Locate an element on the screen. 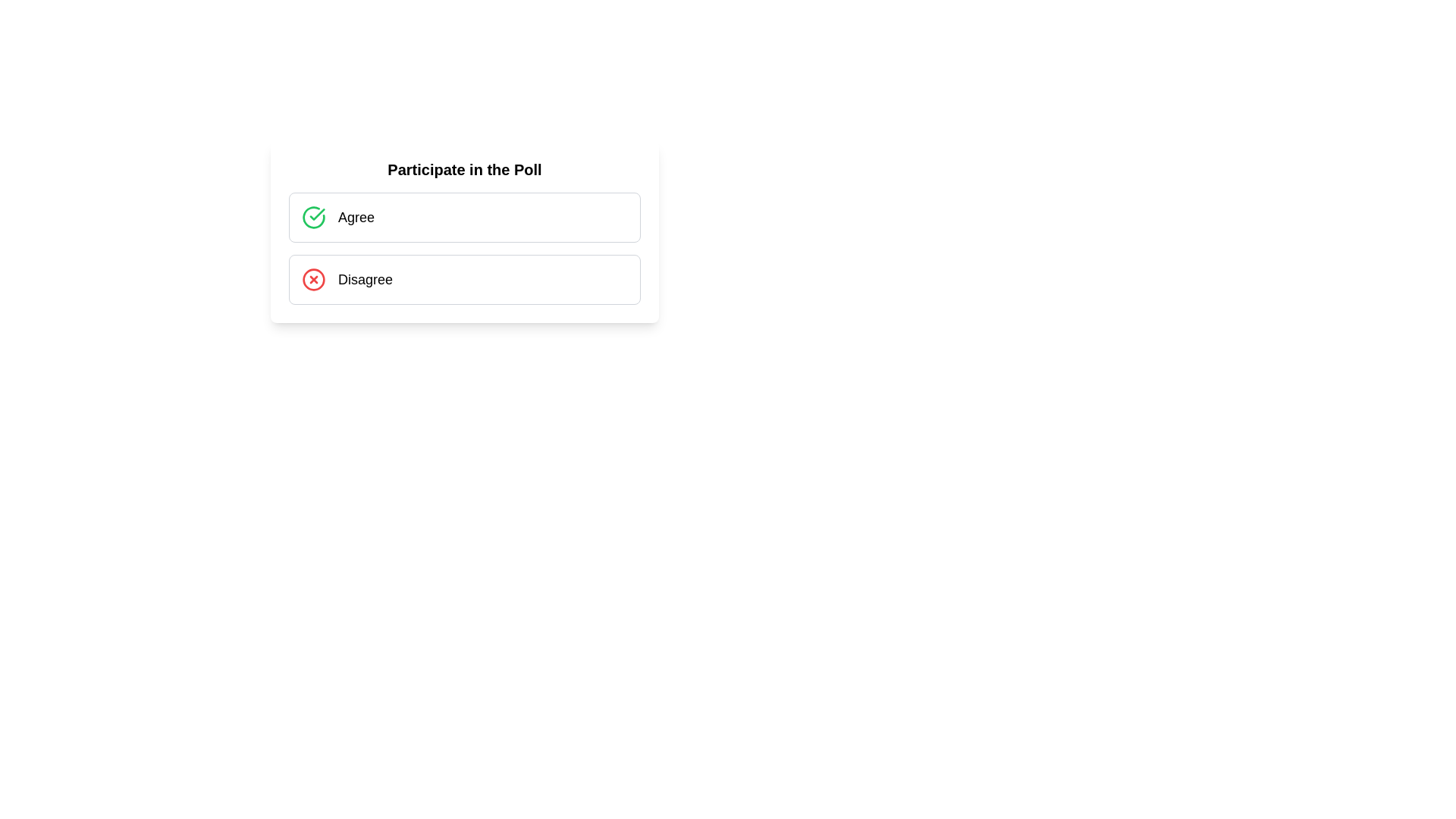 Image resolution: width=1456 pixels, height=819 pixels. the interactive poll card titled 'Participate in the Poll' to interact with the poll options is located at coordinates (464, 231).